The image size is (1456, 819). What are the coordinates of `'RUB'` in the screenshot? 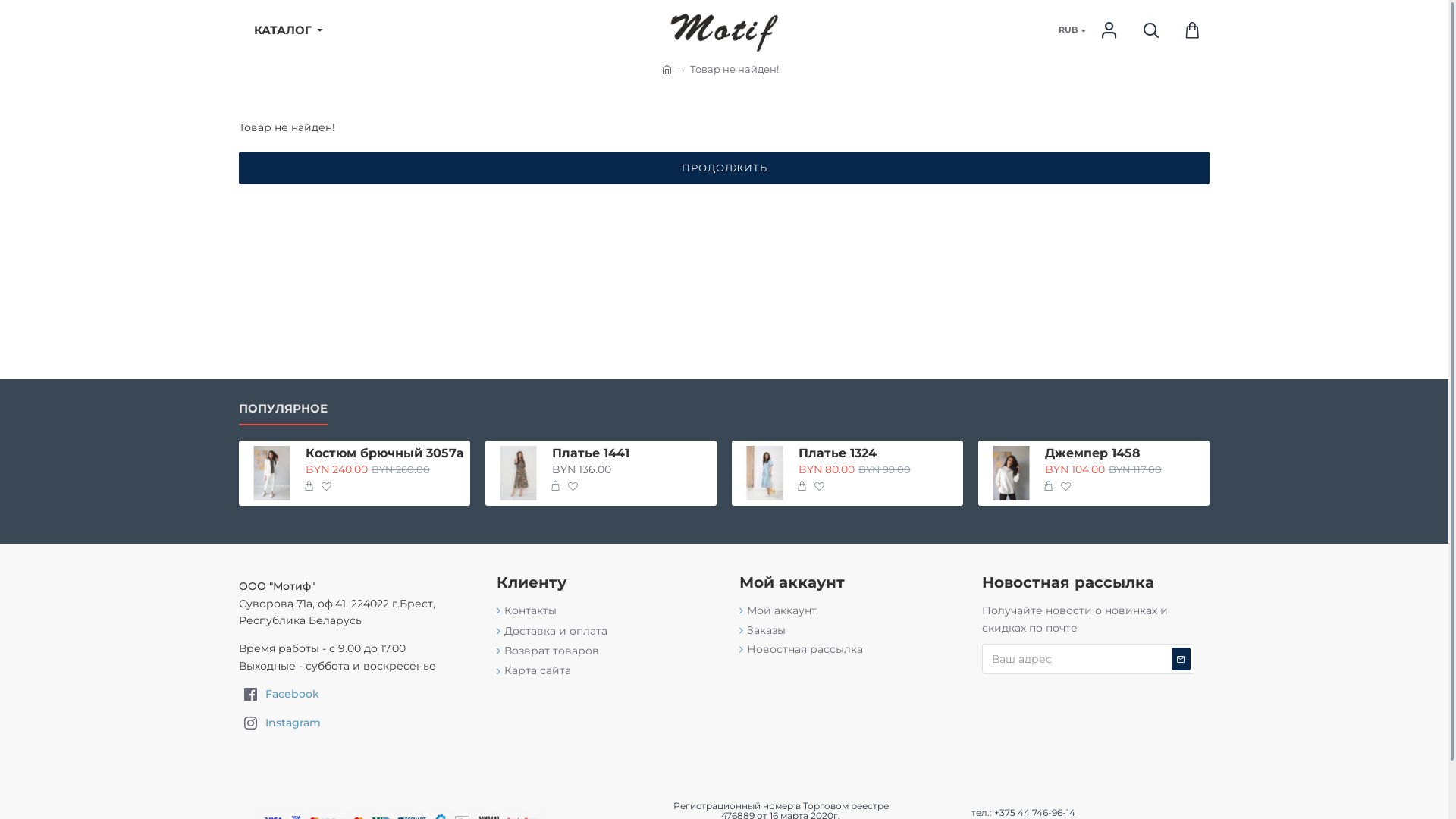 It's located at (1065, 30).